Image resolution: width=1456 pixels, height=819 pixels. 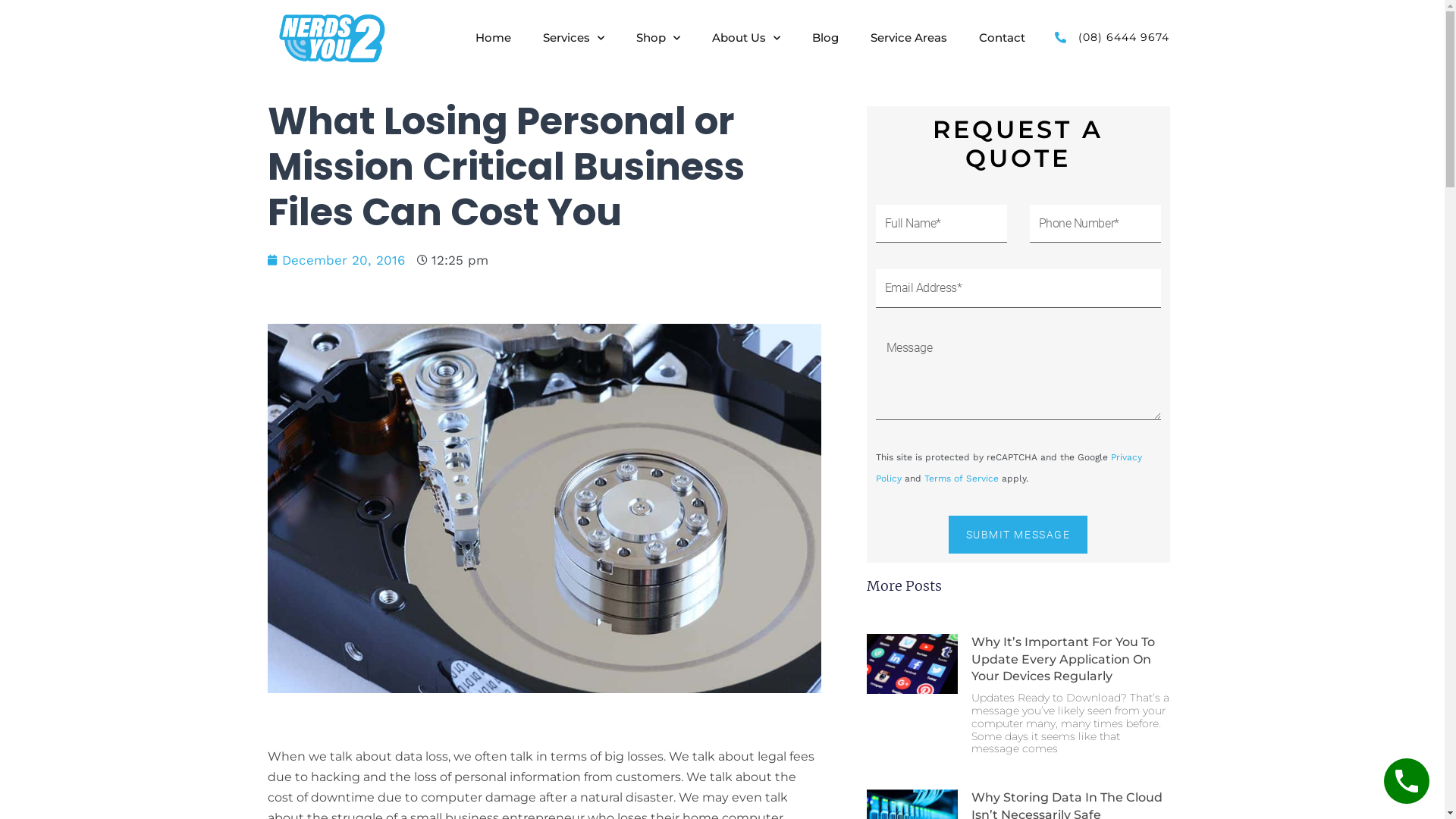 I want to click on 'Home', so click(x=475, y=37).